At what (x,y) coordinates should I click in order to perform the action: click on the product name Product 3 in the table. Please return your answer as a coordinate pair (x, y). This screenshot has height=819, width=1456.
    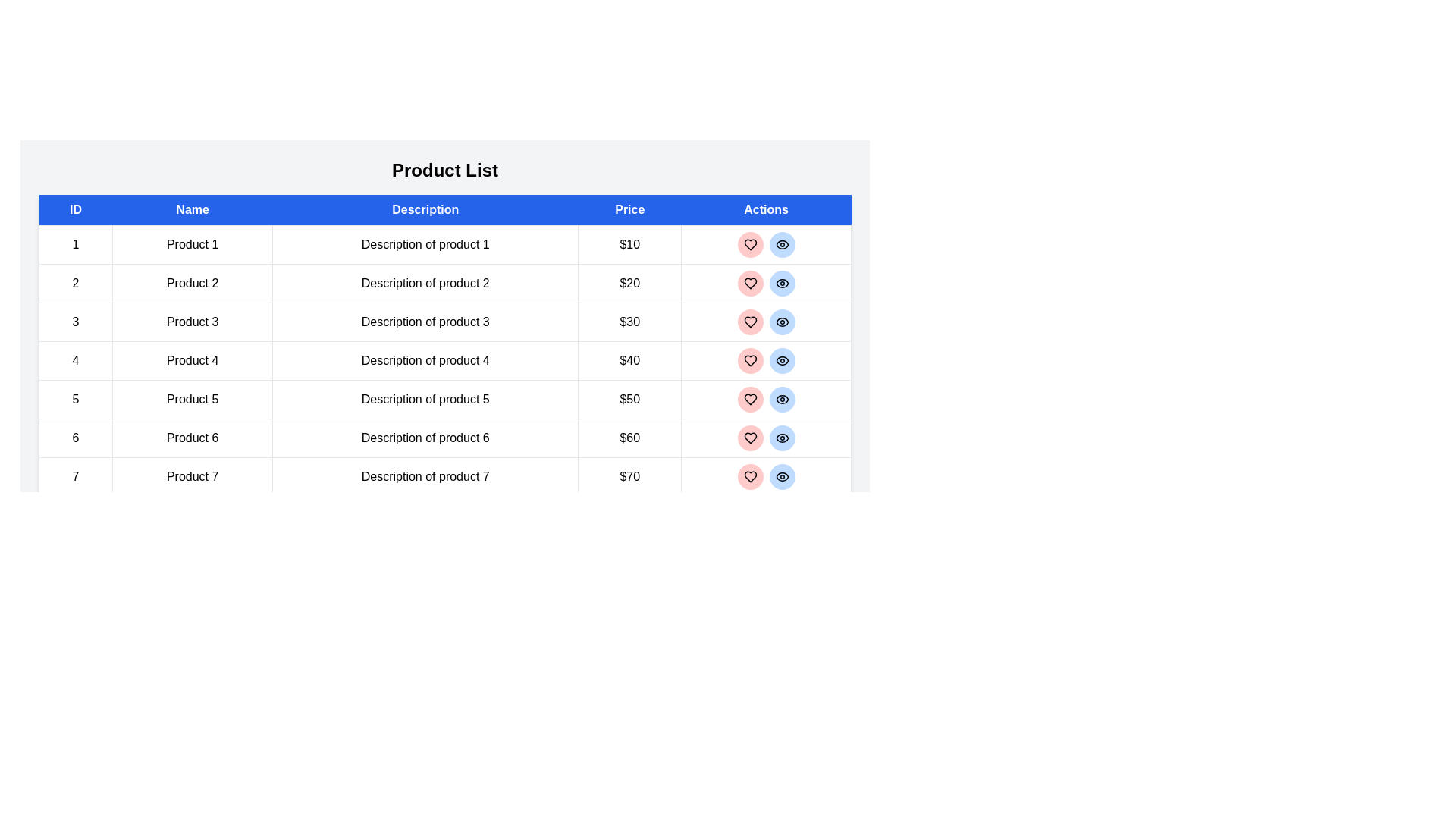
    Looking at the image, I should click on (192, 321).